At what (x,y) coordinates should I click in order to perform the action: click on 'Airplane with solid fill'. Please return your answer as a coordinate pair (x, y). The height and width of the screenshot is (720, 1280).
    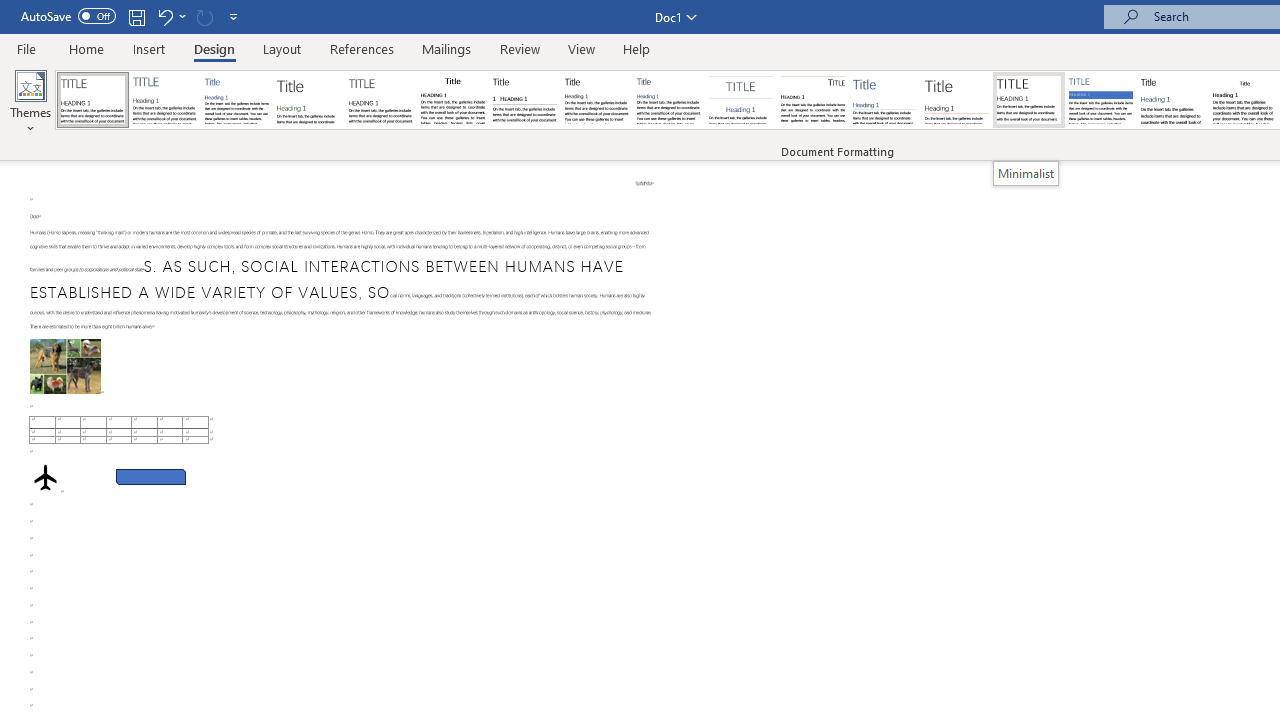
    Looking at the image, I should click on (45, 475).